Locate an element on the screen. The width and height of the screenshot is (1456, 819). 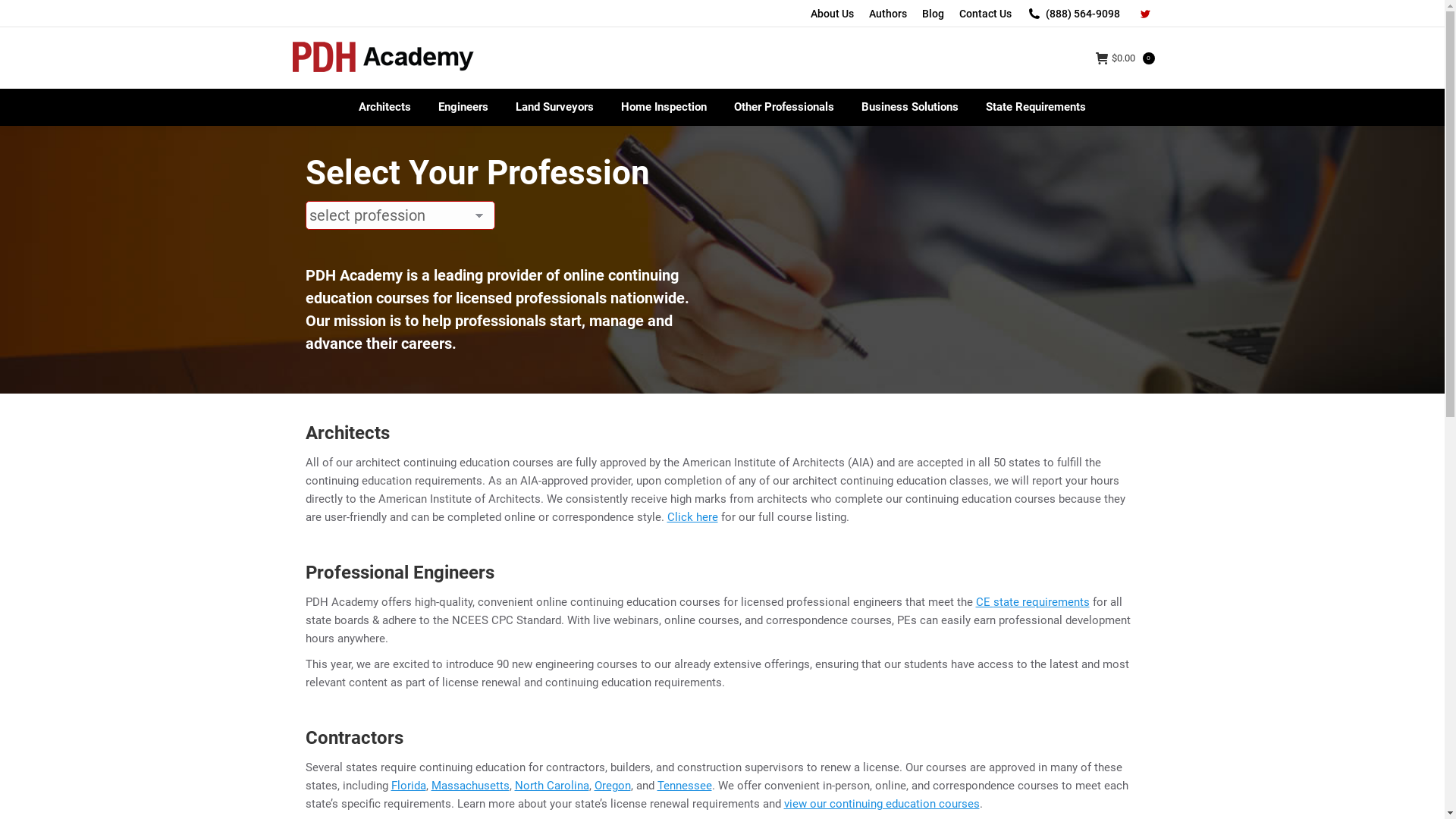
'State Requirements' is located at coordinates (1035, 106).